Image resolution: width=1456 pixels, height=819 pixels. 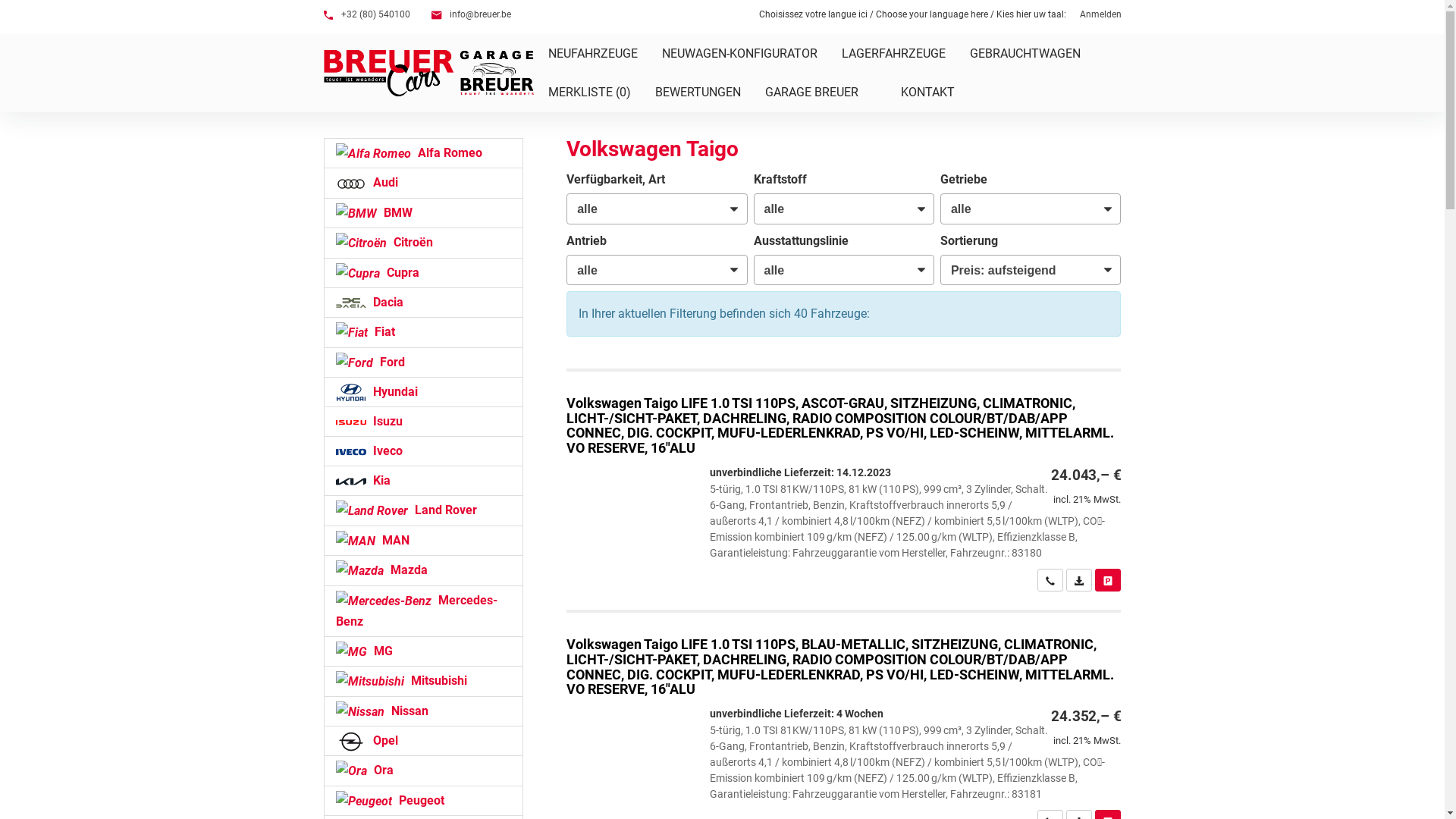 What do you see at coordinates (422, 152) in the screenshot?
I see `'Alfa Romeo'` at bounding box center [422, 152].